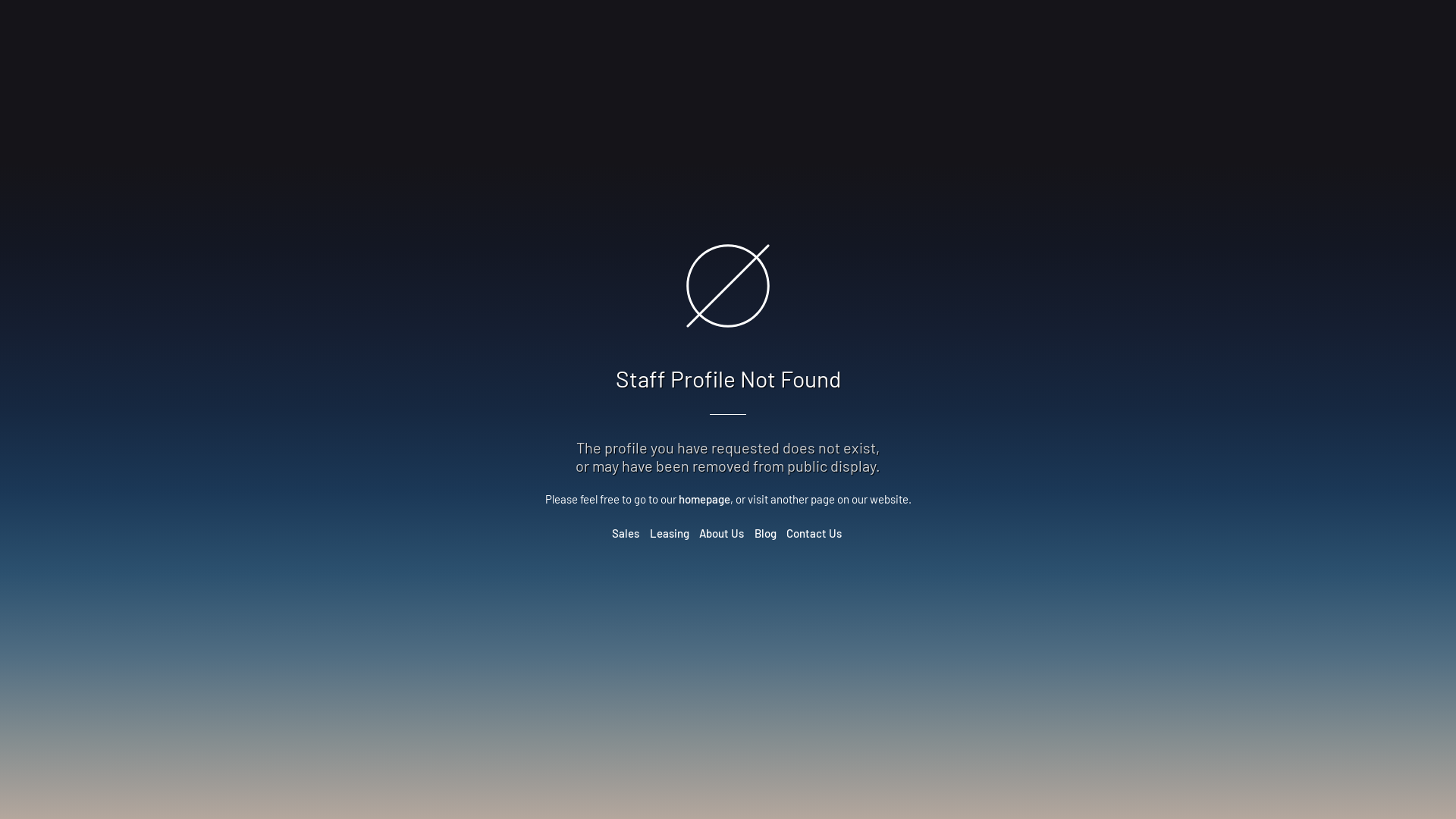 This screenshot has width=1456, height=819. What do you see at coordinates (648, 532) in the screenshot?
I see `'Leasing'` at bounding box center [648, 532].